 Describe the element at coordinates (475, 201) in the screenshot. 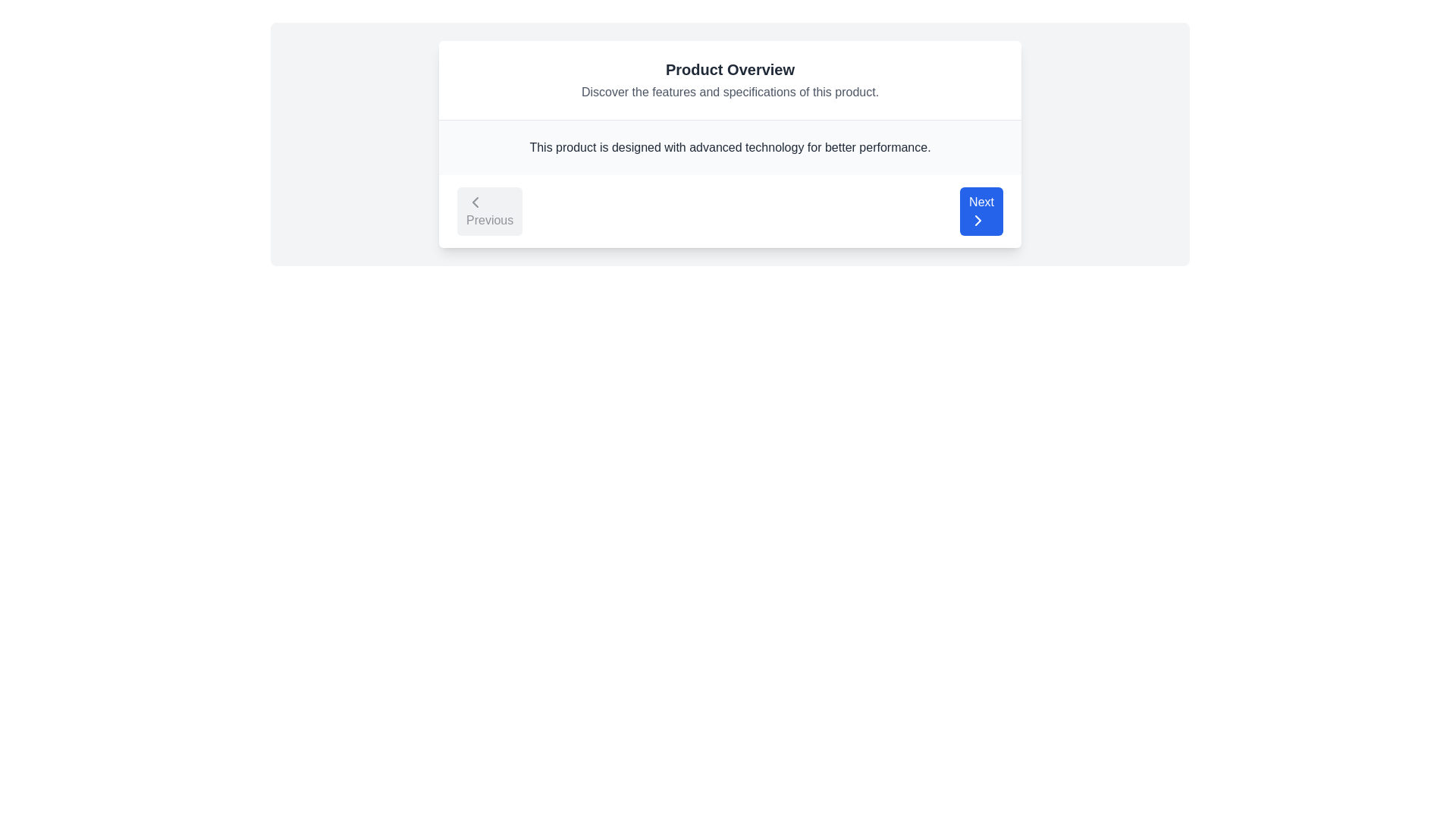

I see `the leftward-pointing chevron icon within the 'Previous' navigation button` at that location.